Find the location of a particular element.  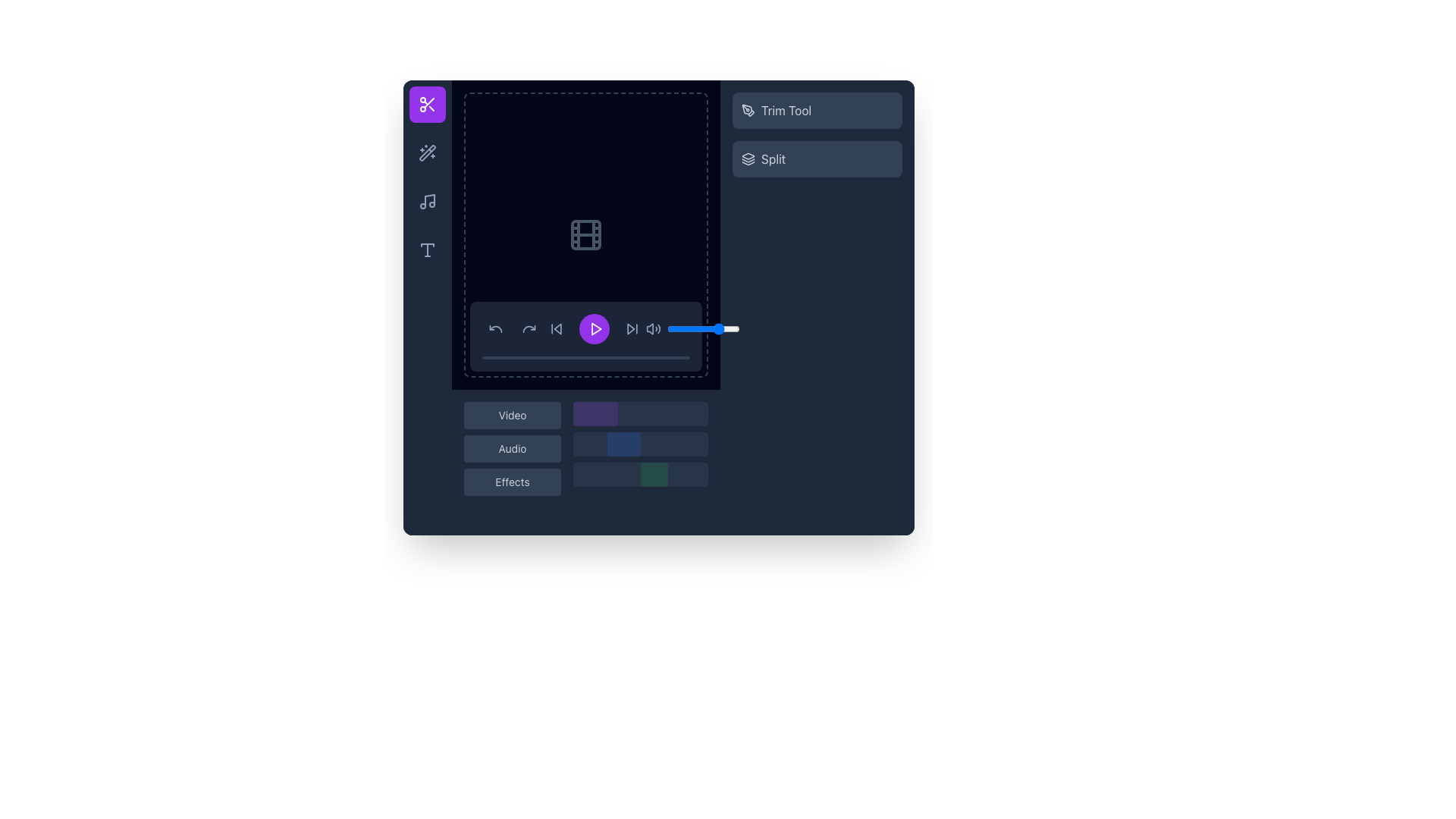

the fast-forward icon located in the media control bar, which allows users to skip forward in media playback is located at coordinates (631, 328).